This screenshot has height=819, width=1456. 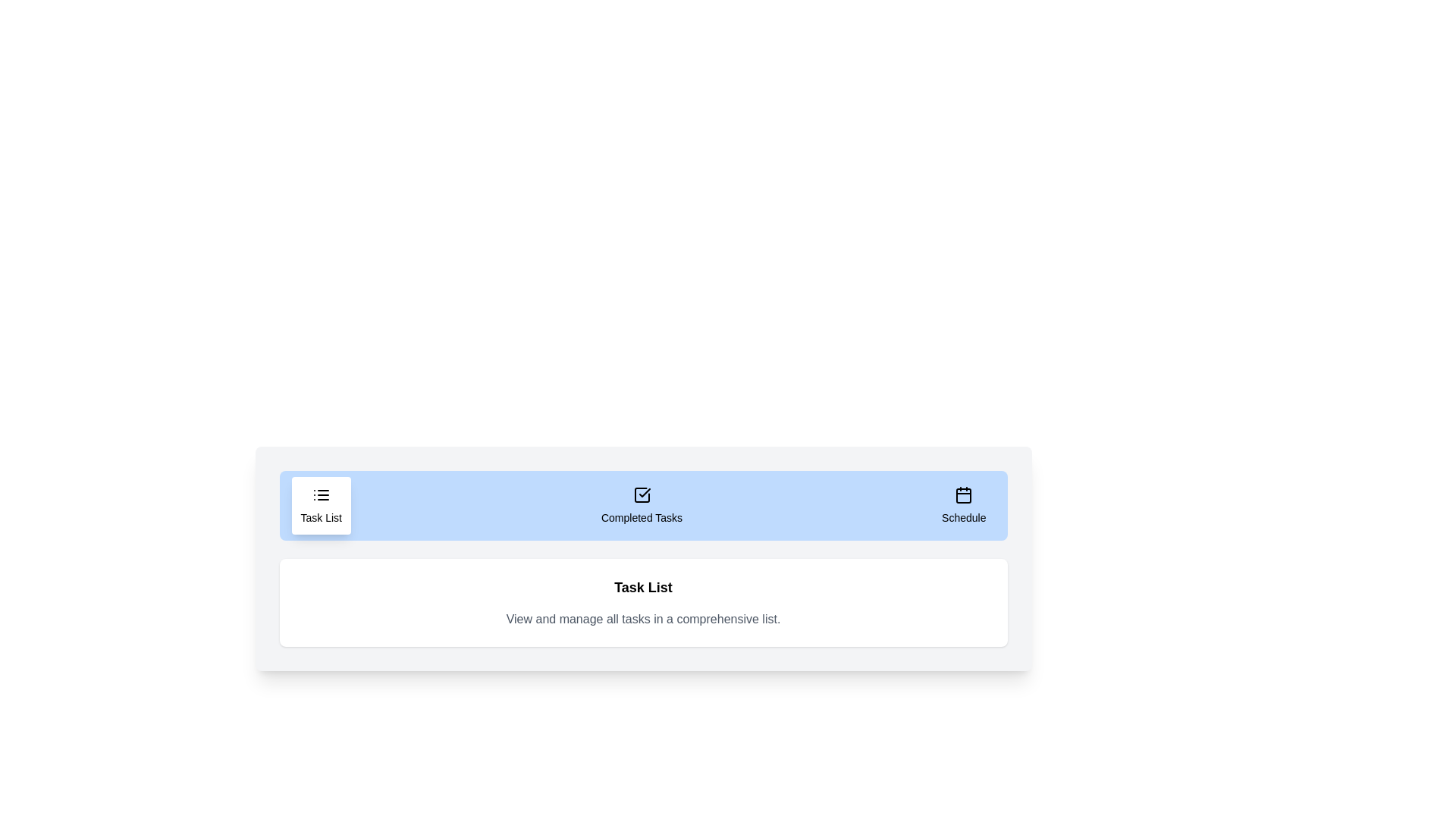 I want to click on the 'Schedule' tab to switch to the schedule view, so click(x=963, y=506).